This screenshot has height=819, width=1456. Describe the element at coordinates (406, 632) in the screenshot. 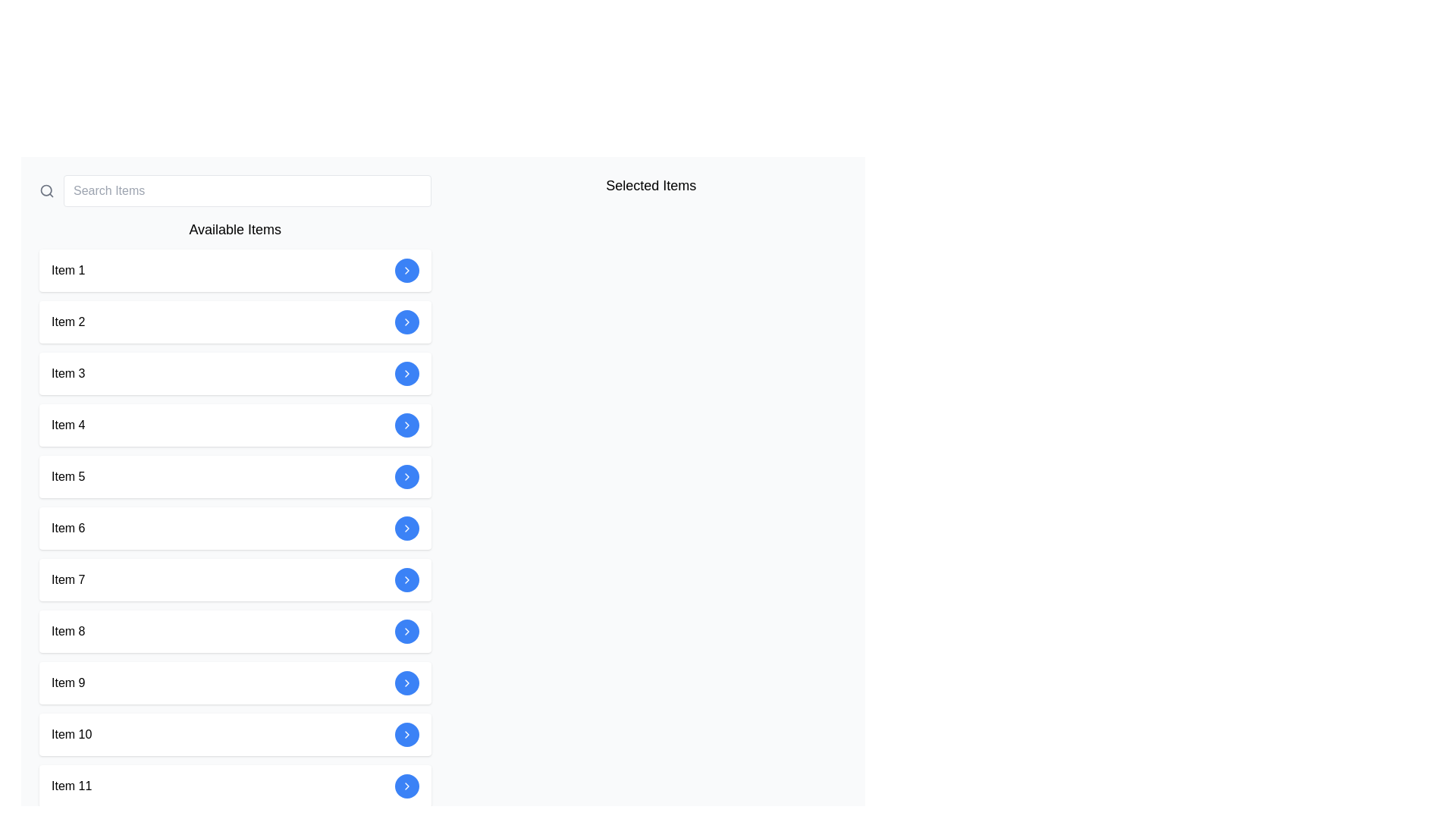

I see `the right-pointing arrow icon within the blue circular button located at the far right of the row labeled 'Item 8'` at that location.